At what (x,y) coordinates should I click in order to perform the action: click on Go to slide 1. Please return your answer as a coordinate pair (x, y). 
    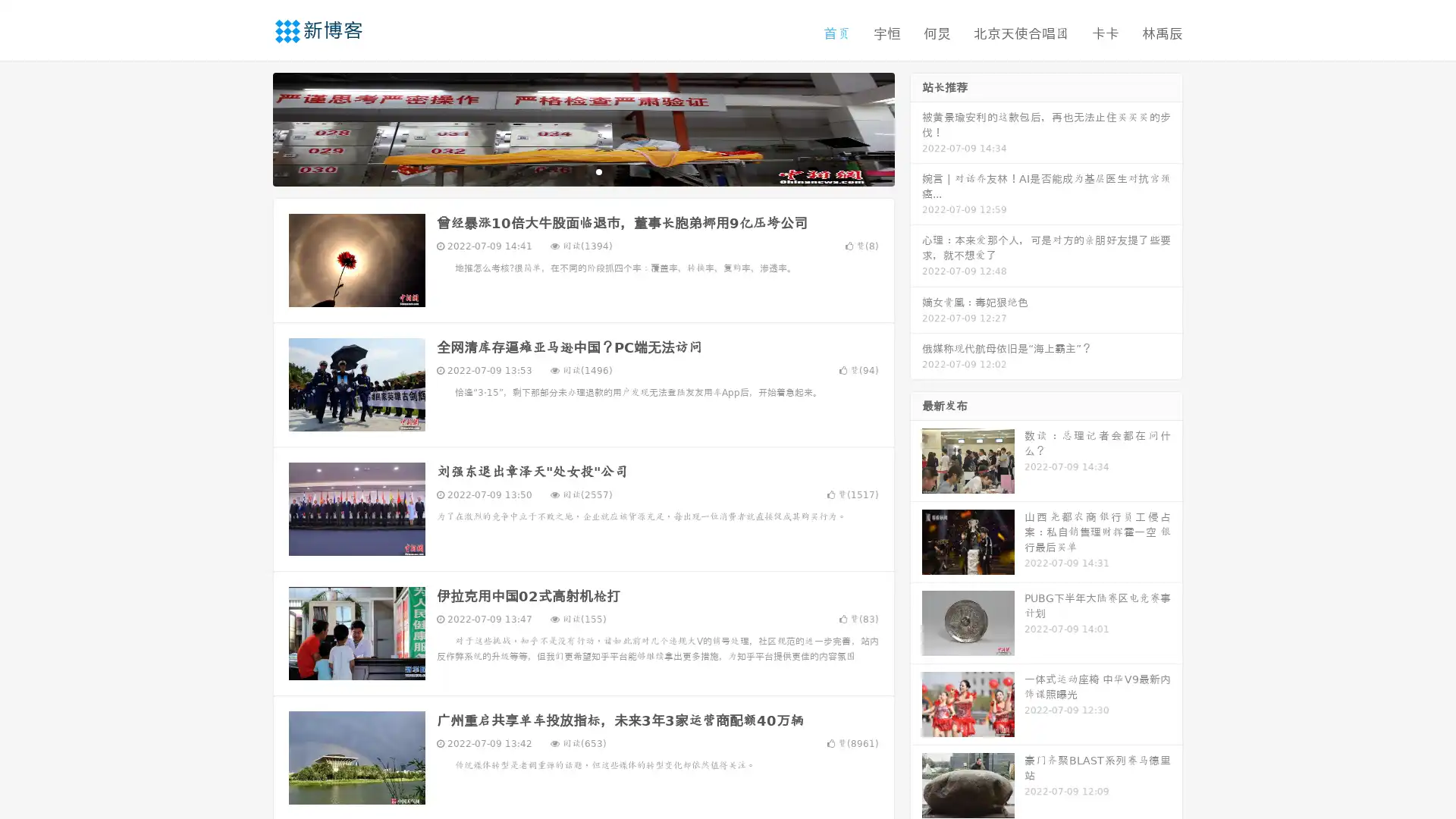
    Looking at the image, I should click on (567, 171).